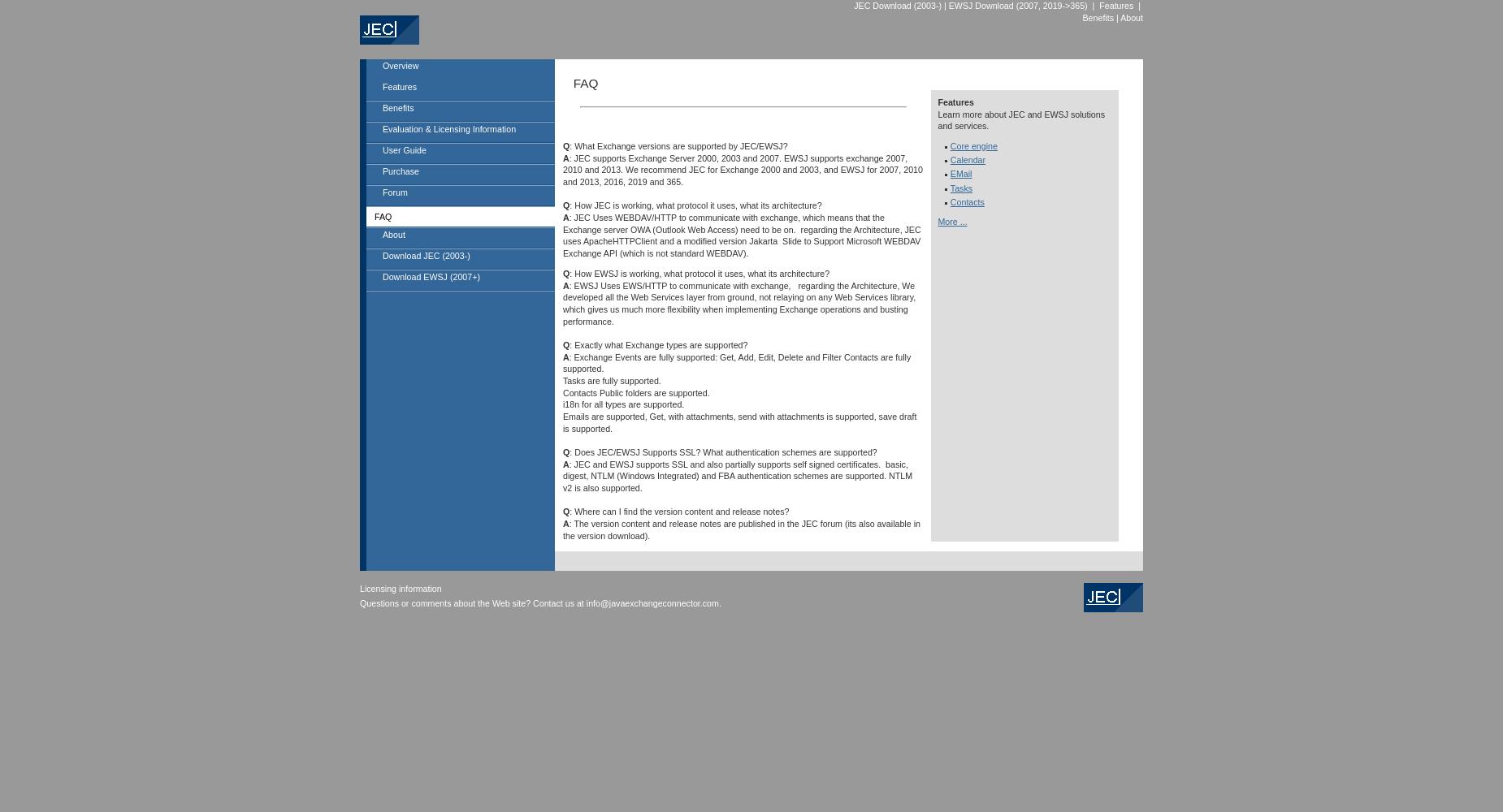 This screenshot has width=1503, height=812. Describe the element at coordinates (949, 173) in the screenshot. I see `'EMail'` at that location.